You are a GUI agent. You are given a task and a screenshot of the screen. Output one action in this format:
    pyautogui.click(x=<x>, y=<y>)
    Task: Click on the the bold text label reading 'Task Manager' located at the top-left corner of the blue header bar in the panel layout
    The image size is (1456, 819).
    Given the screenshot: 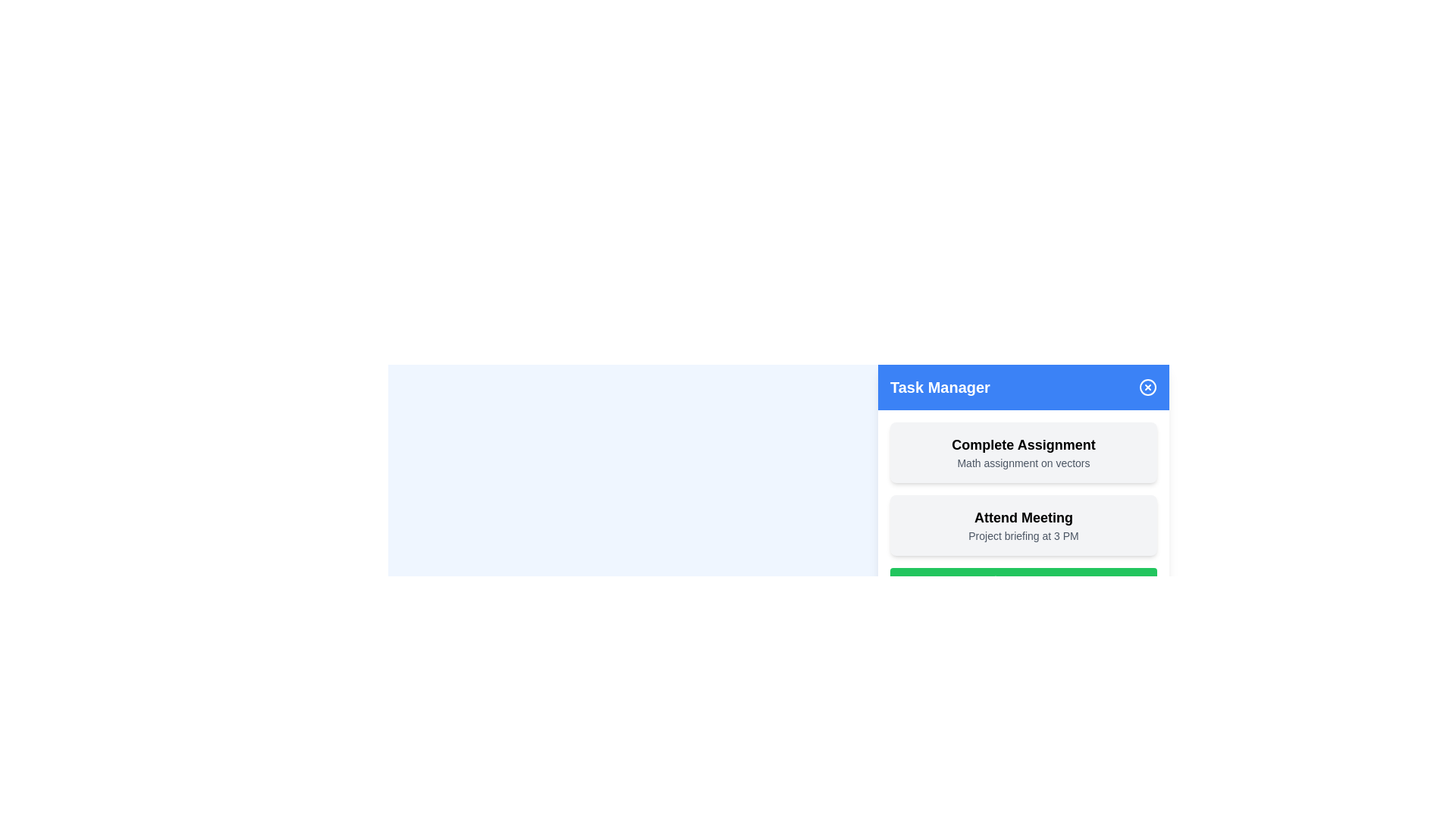 What is the action you would take?
    pyautogui.click(x=939, y=386)
    